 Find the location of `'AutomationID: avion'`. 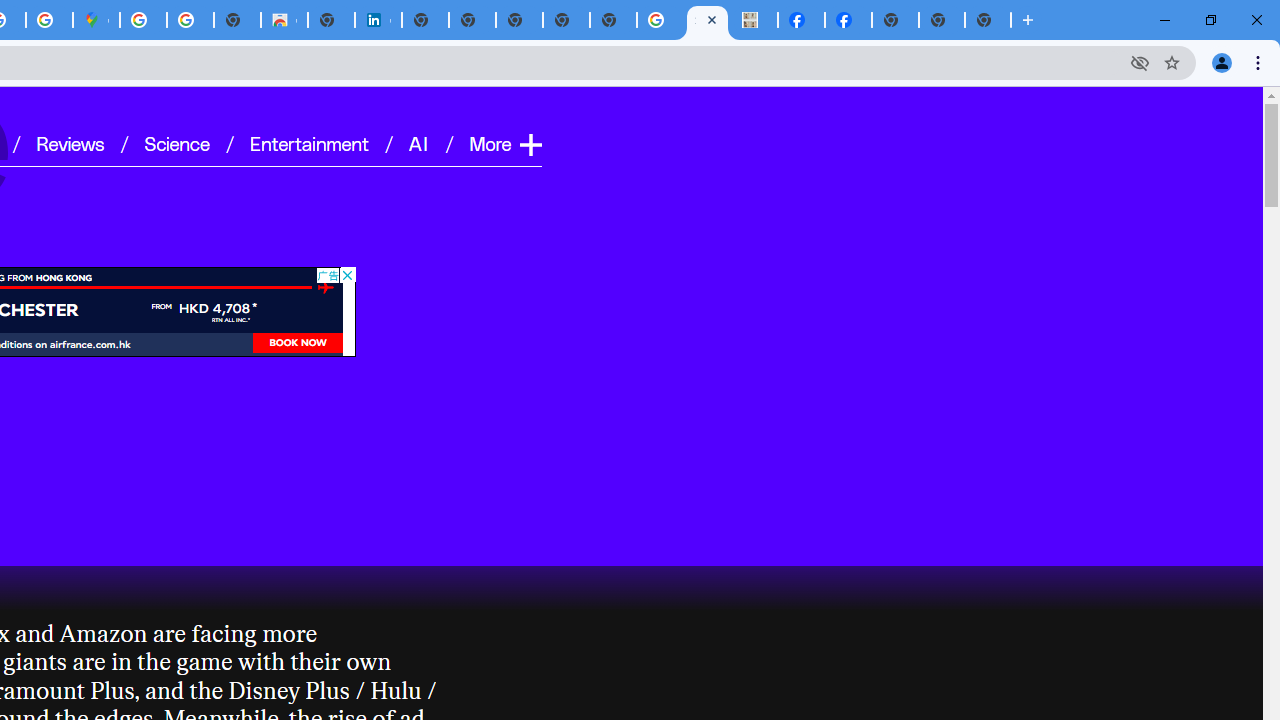

'AutomationID: avion' is located at coordinates (325, 286).